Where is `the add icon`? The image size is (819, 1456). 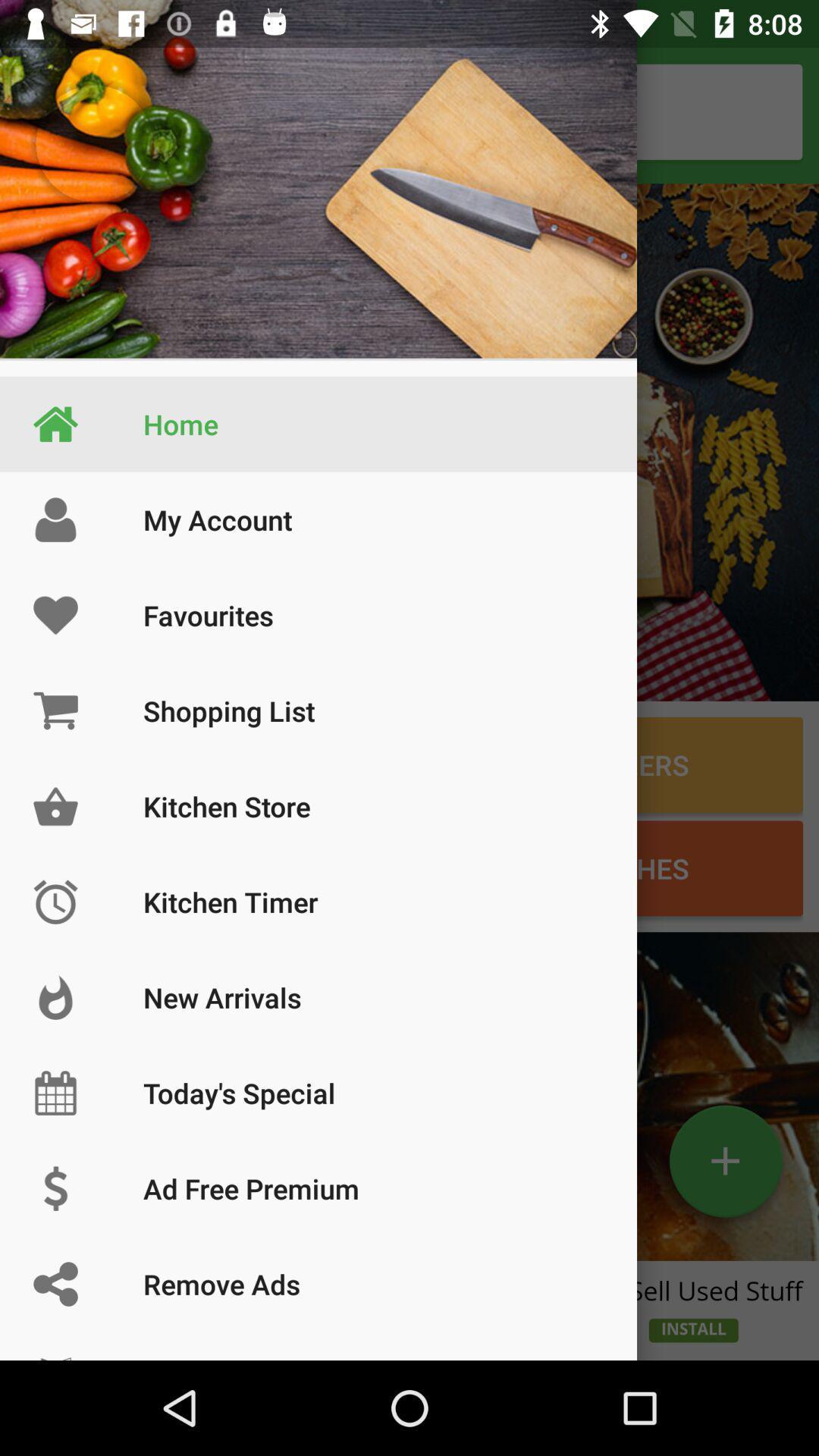
the add icon is located at coordinates (724, 1166).